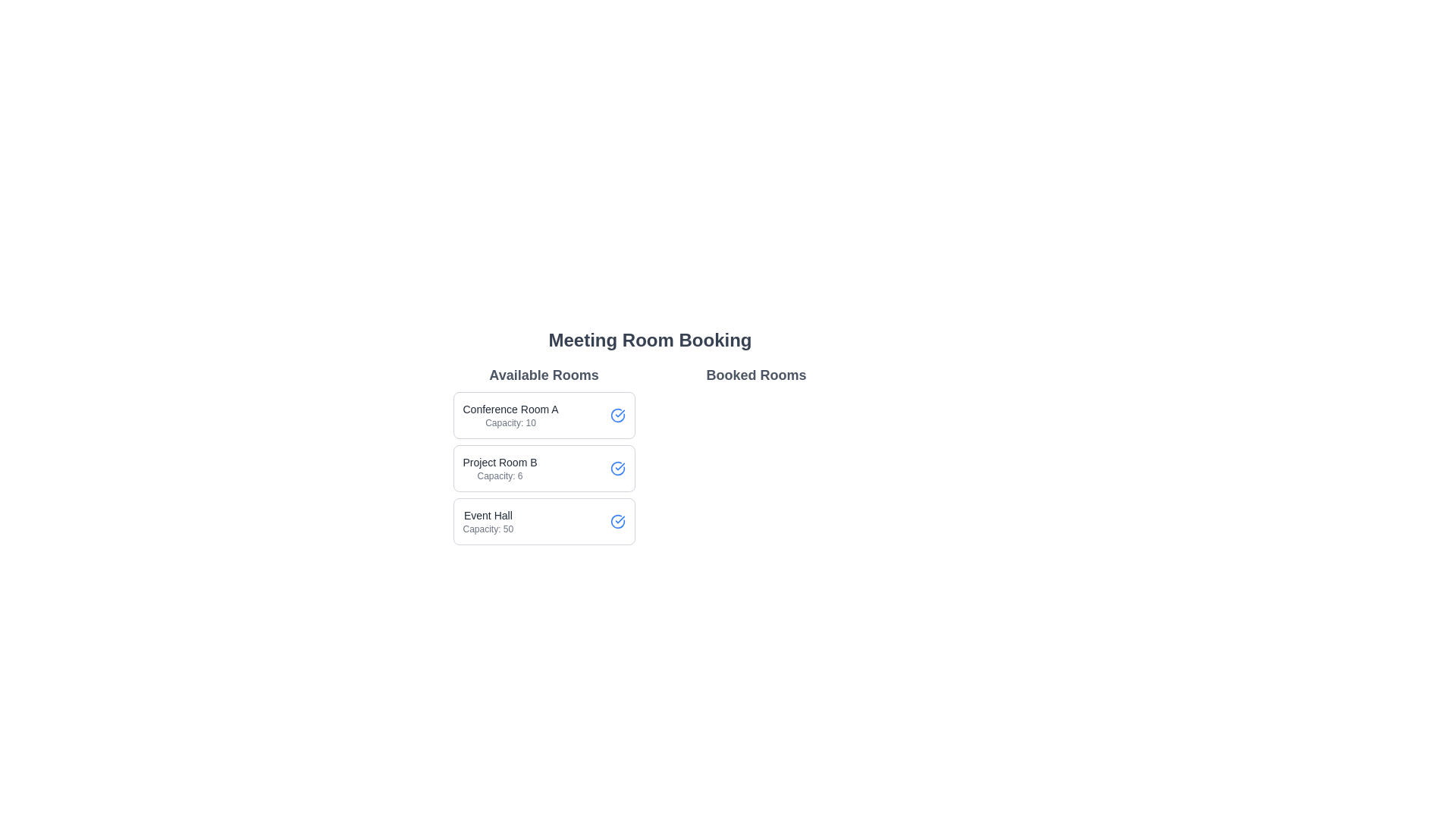  I want to click on the text label 'Capacity: 10' located under 'Conference Room A' in the first card of available rooms, so click(510, 423).